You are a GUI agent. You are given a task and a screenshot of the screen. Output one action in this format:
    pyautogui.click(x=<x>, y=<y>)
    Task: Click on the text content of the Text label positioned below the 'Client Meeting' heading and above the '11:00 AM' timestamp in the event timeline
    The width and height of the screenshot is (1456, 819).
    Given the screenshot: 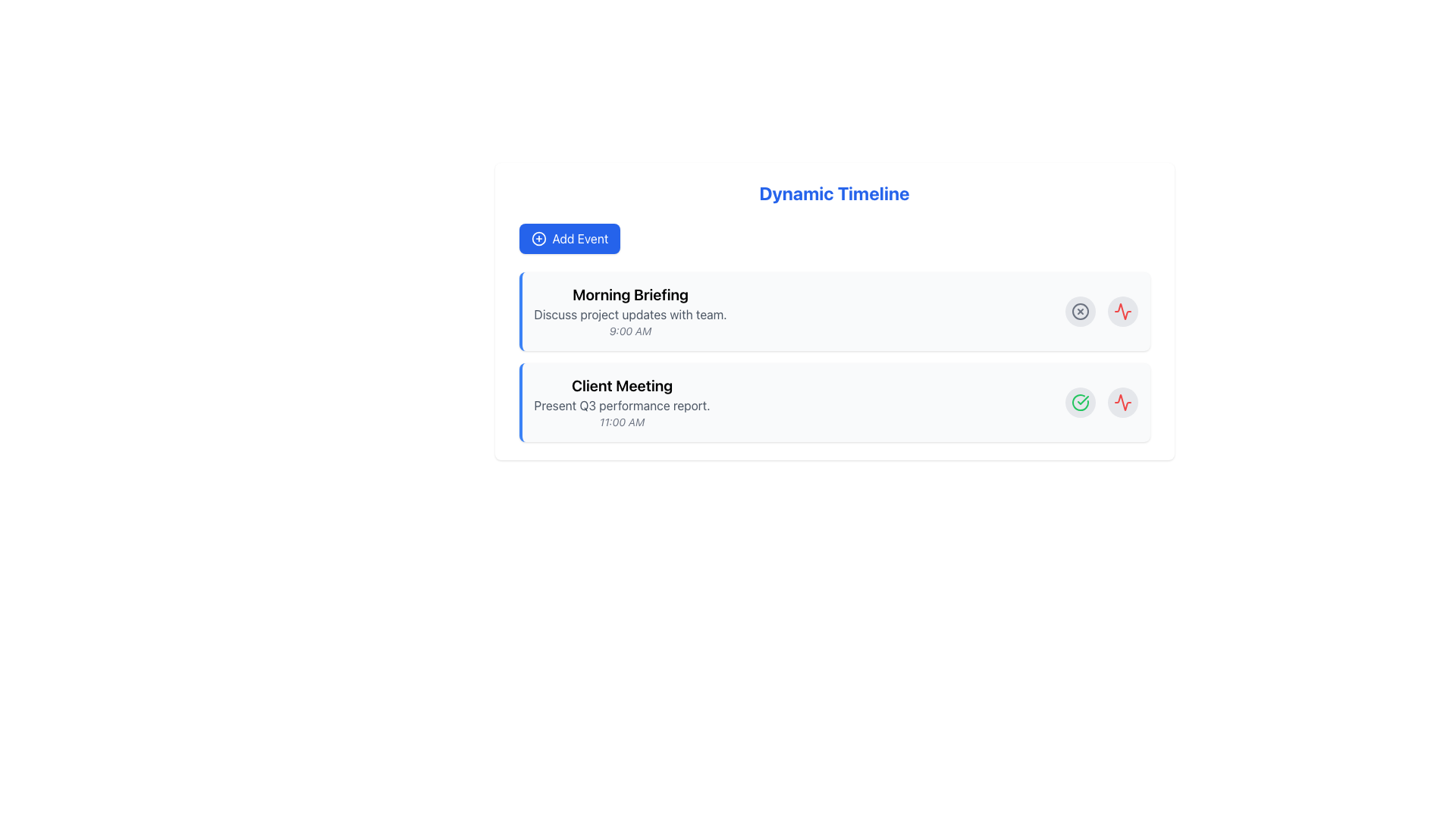 What is the action you would take?
    pyautogui.click(x=622, y=405)
    